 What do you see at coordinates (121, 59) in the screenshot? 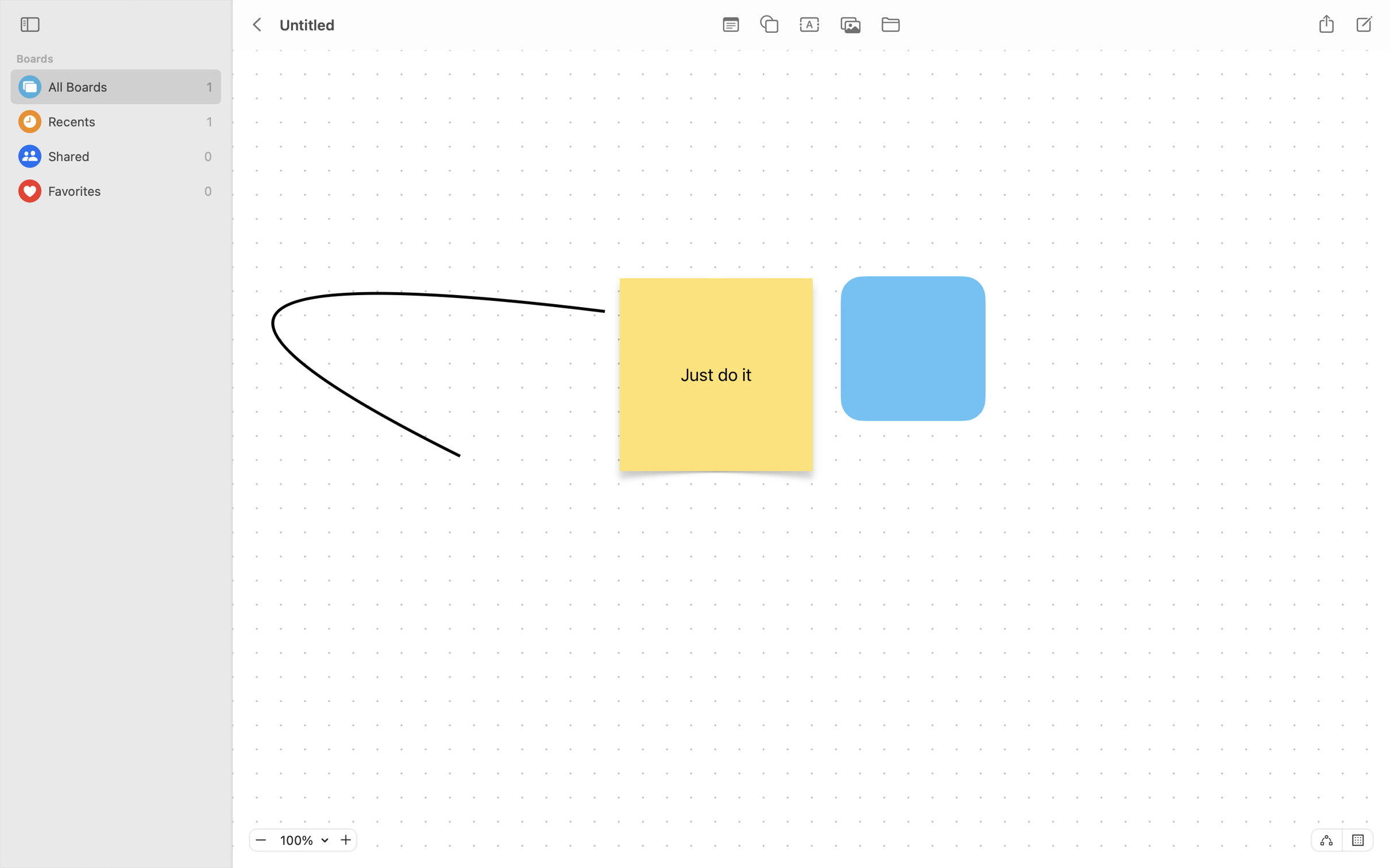
I see `'Boards'` at bounding box center [121, 59].